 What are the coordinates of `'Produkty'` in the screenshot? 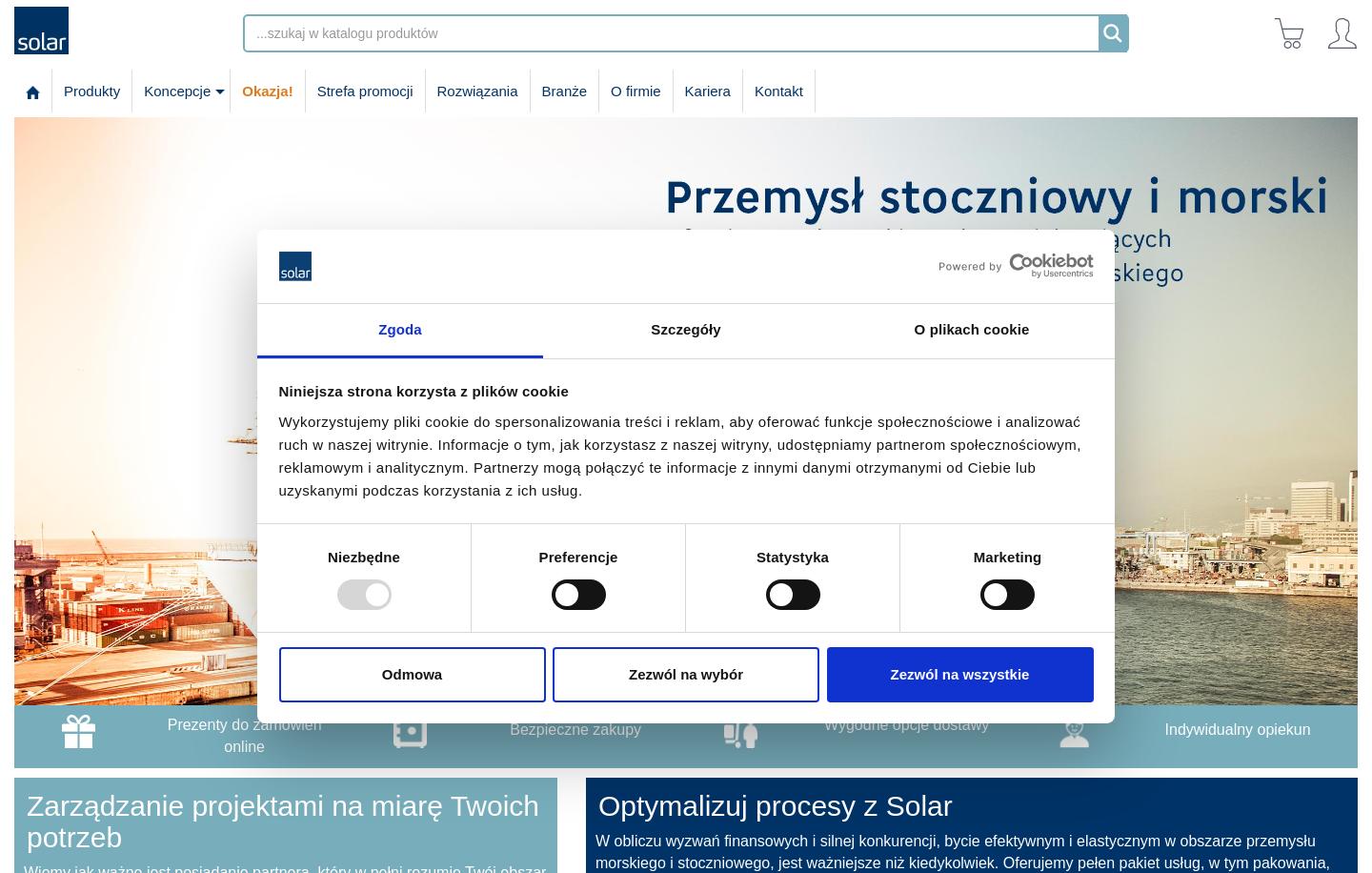 It's located at (91, 90).